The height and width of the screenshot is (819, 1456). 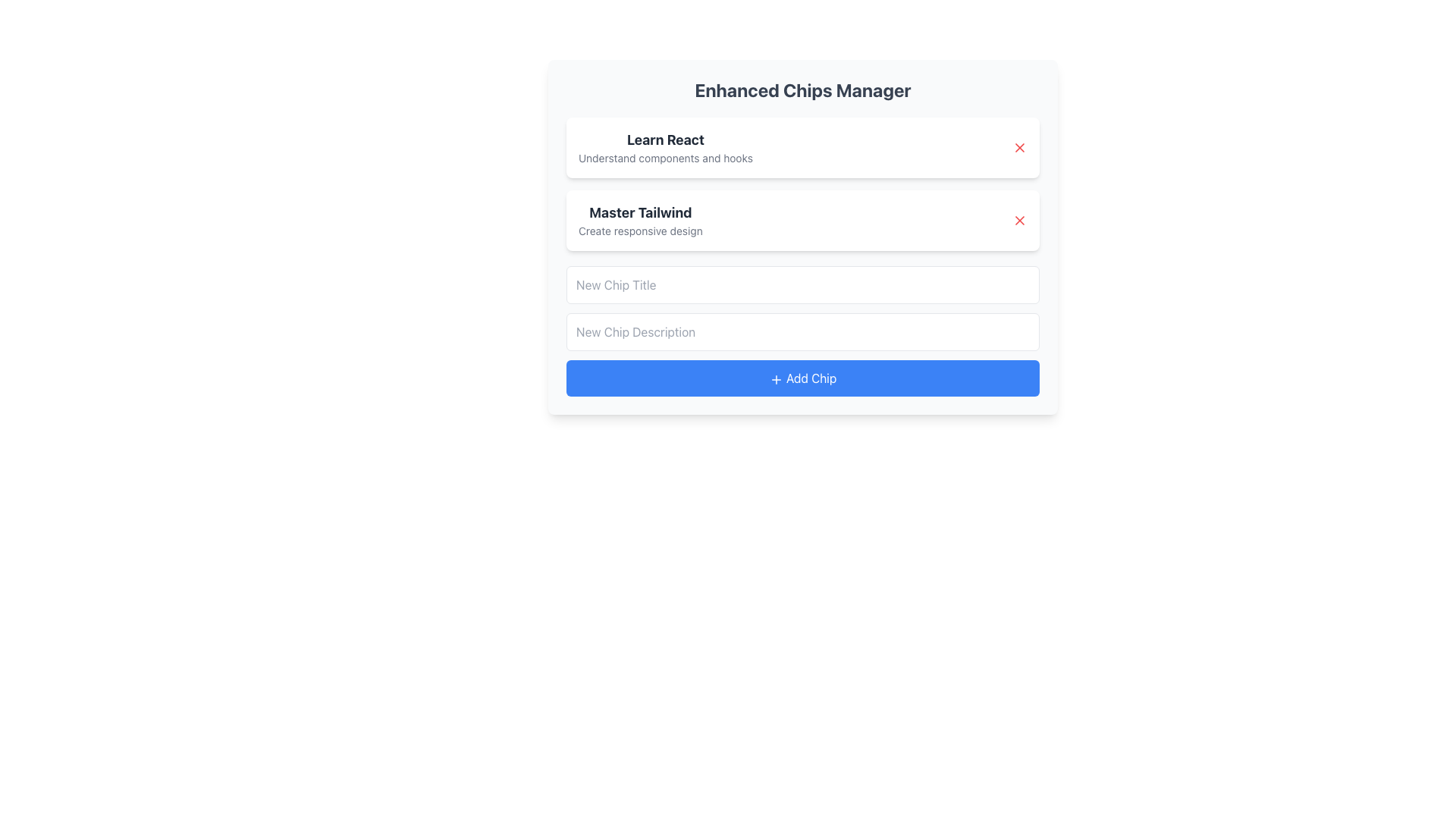 What do you see at coordinates (640, 220) in the screenshot?
I see `the text block titled 'Master Tailwind' with the subtitle 'Create responsive design' for accessibility tools` at bounding box center [640, 220].